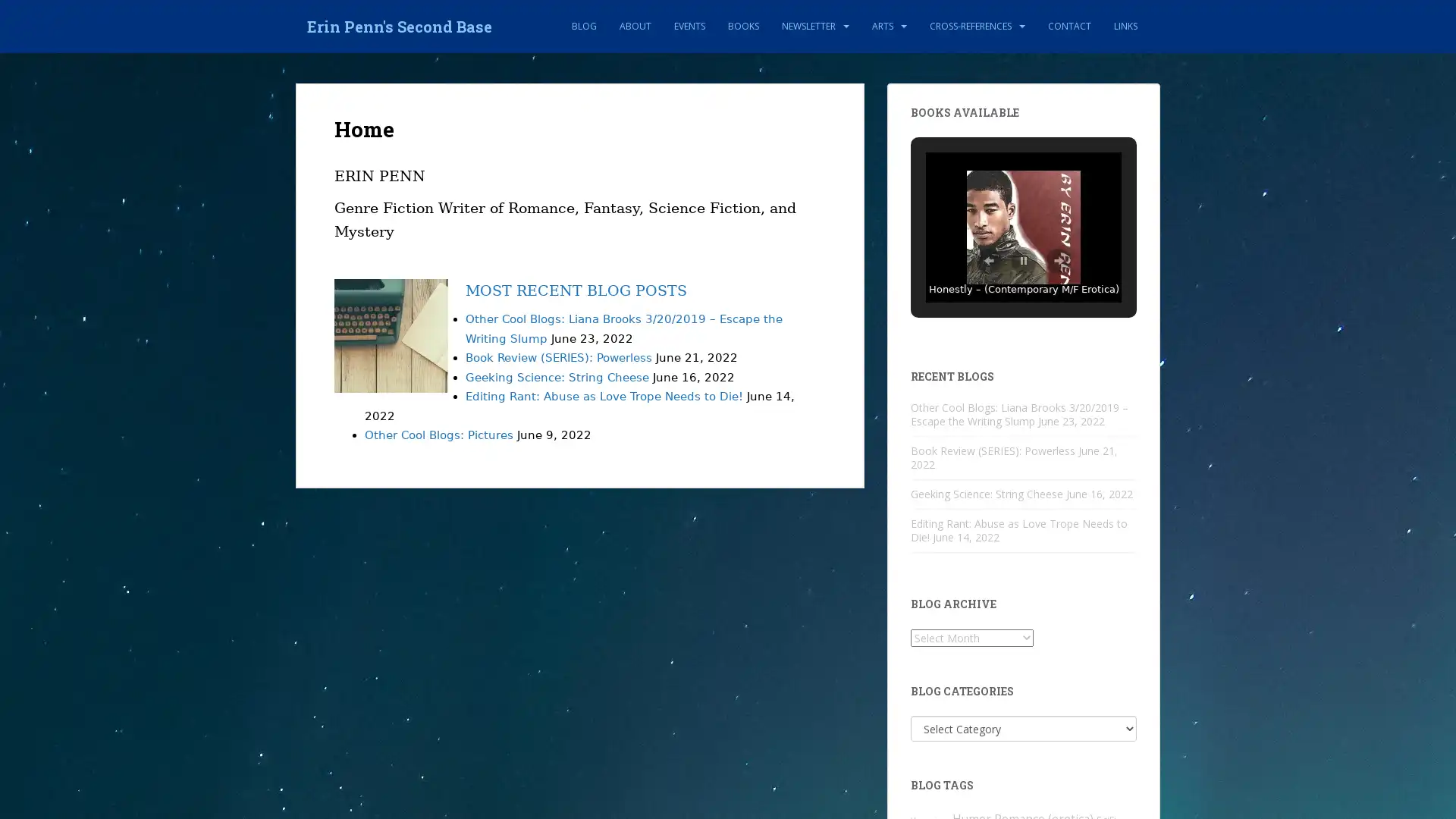  What do you see at coordinates (989, 259) in the screenshot?
I see `Previous Slide` at bounding box center [989, 259].